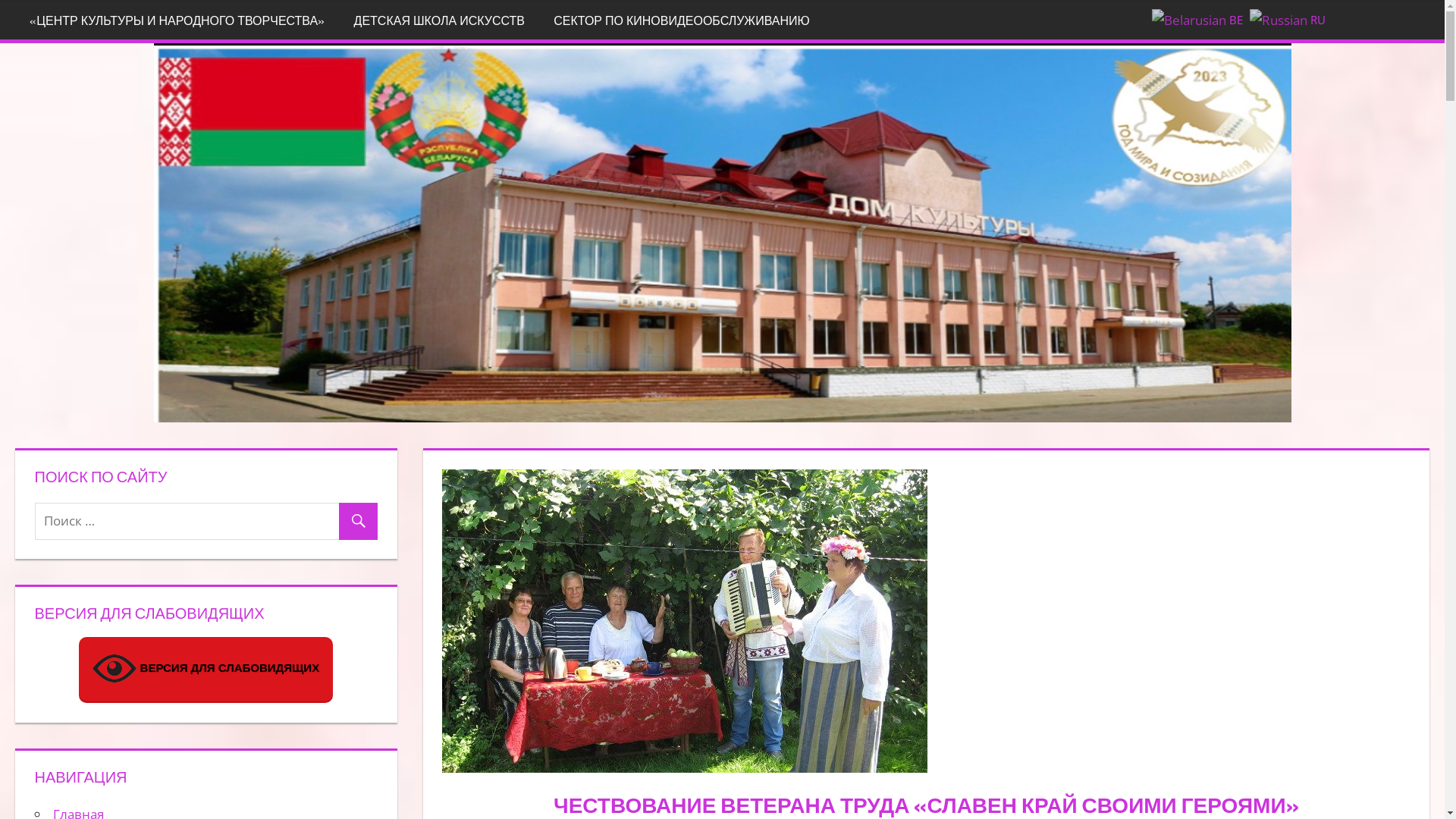  What do you see at coordinates (1249, 18) in the screenshot?
I see `'RU'` at bounding box center [1249, 18].